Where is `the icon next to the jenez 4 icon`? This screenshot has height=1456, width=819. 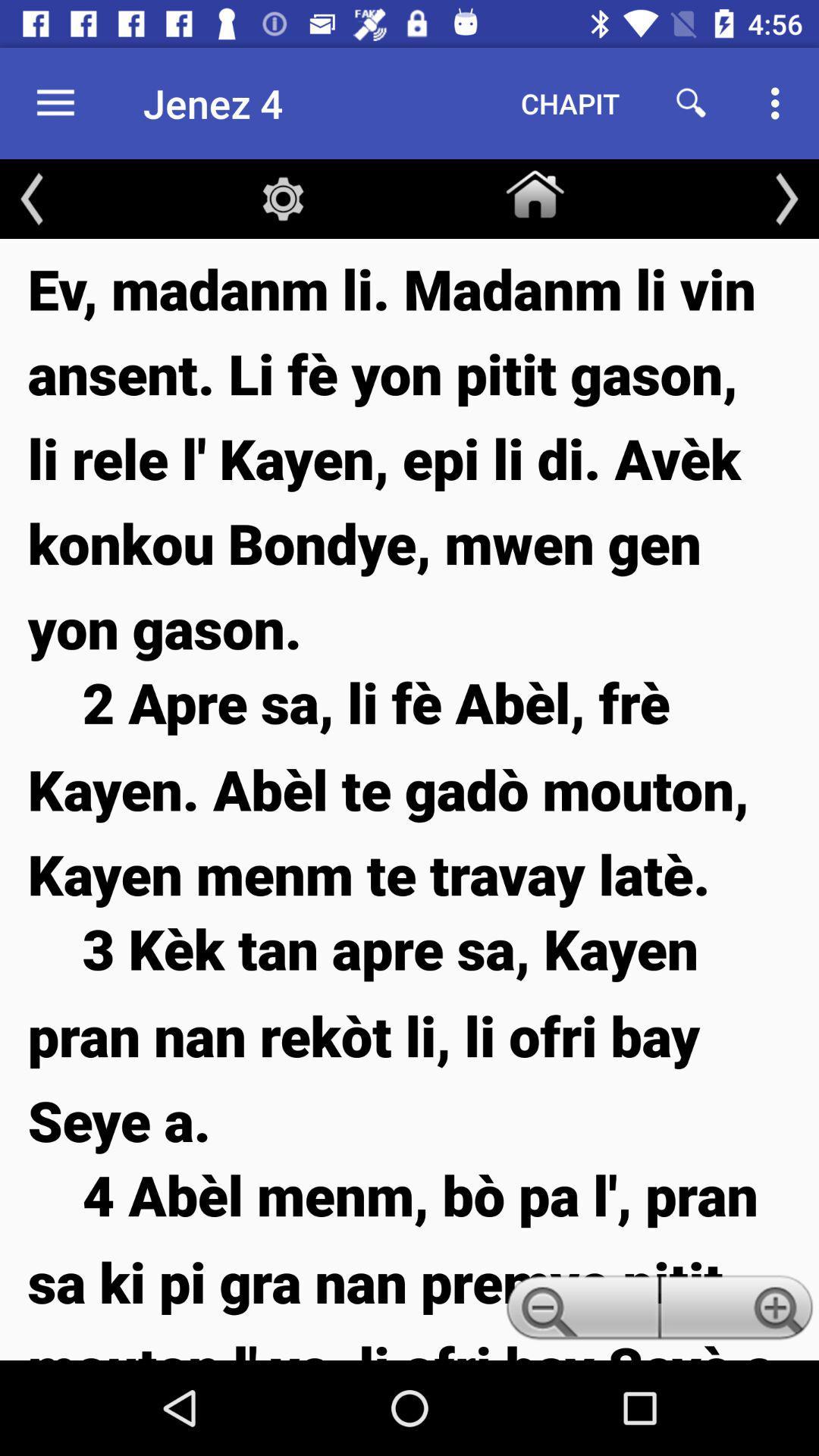 the icon next to the jenez 4 icon is located at coordinates (55, 102).